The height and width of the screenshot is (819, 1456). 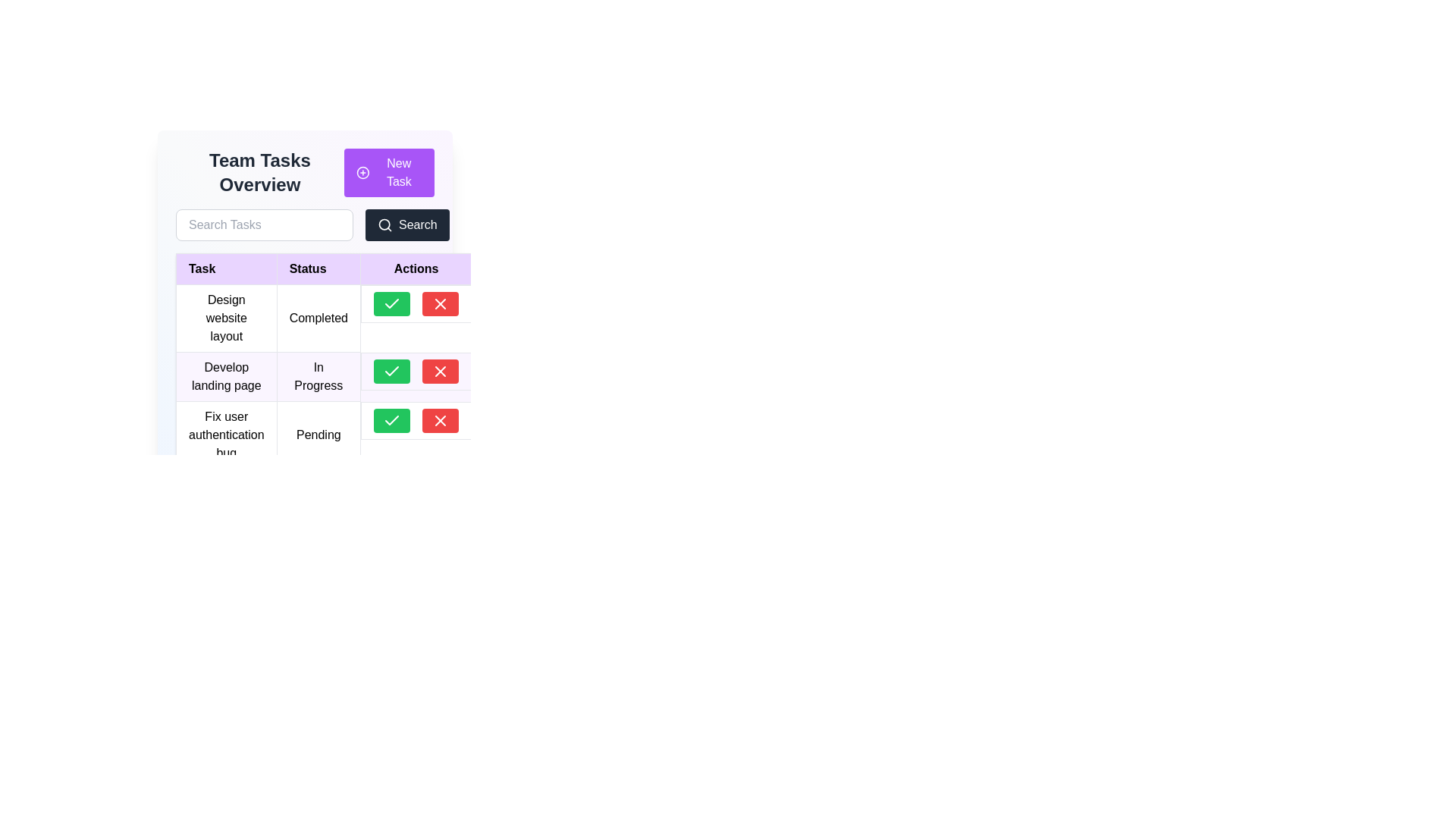 I want to click on the checkmark icon with a green background located in the 'Actions' column of the second row in the table, so click(x=392, y=371).